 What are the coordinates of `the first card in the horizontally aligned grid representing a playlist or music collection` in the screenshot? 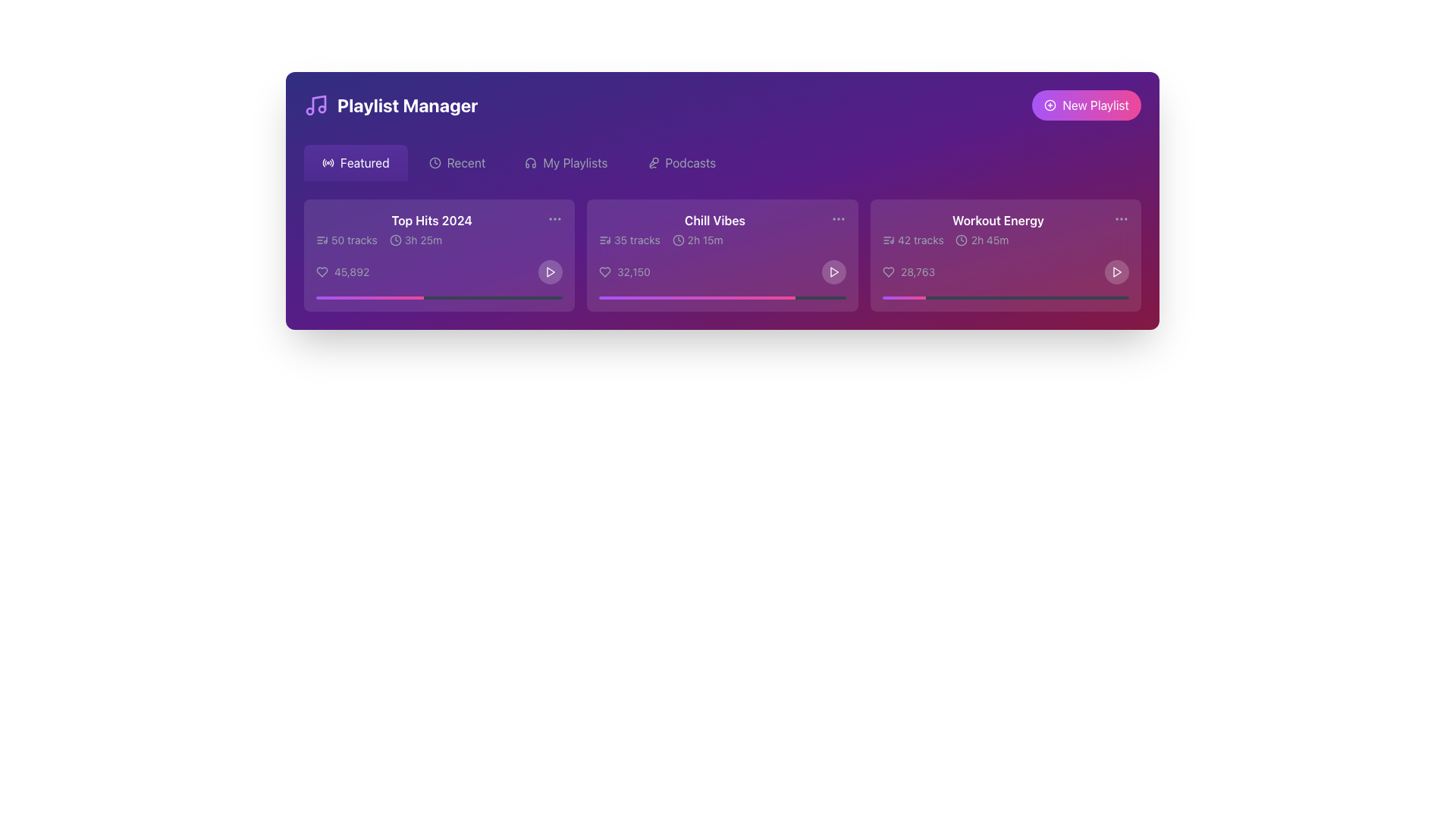 It's located at (438, 254).